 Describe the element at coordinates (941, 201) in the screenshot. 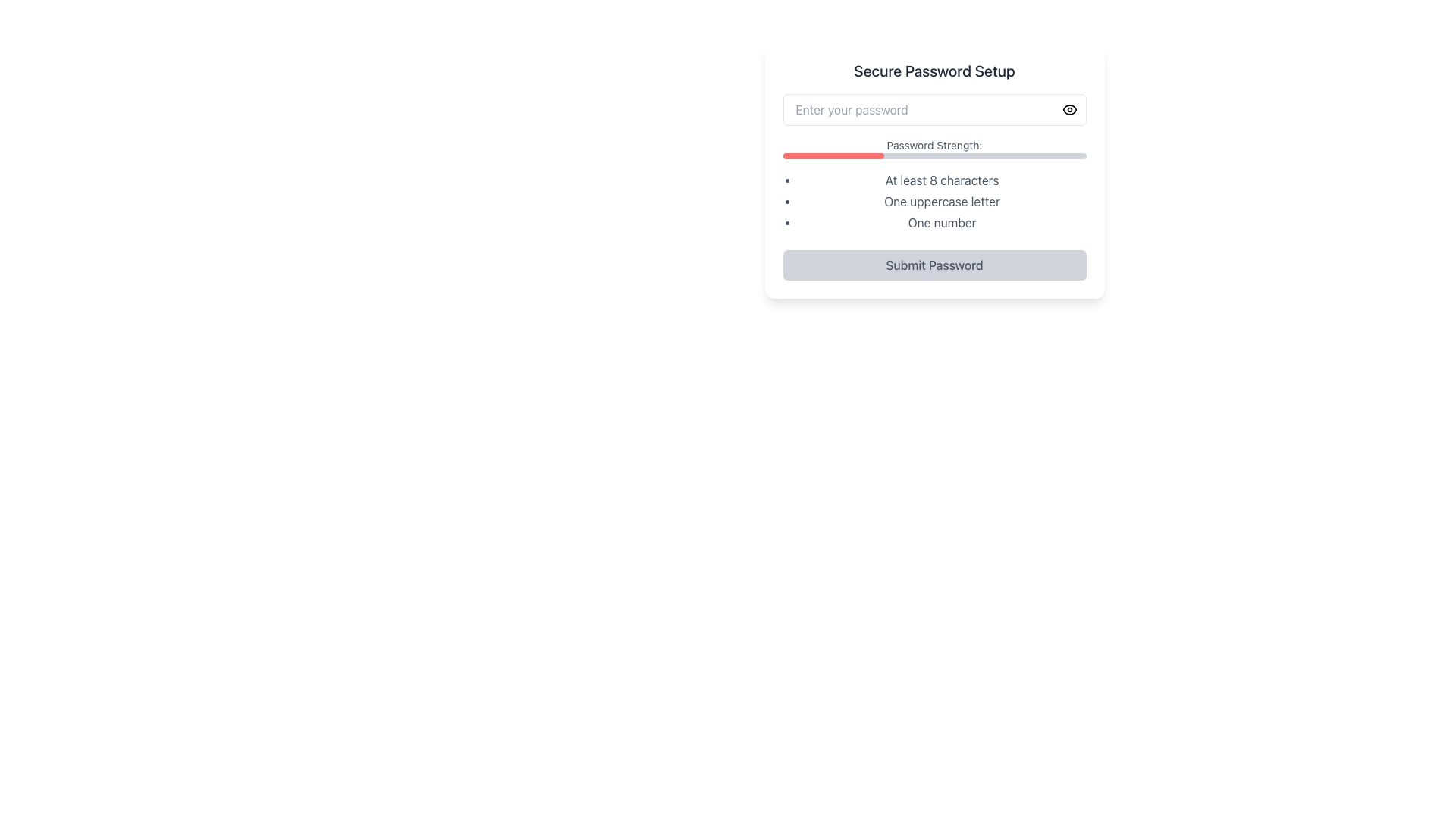

I see `text informing the user about the password requirement for including at least one uppercase letter, which is the second item in the password strength criteria list located under the 'Password Strength' label` at that location.